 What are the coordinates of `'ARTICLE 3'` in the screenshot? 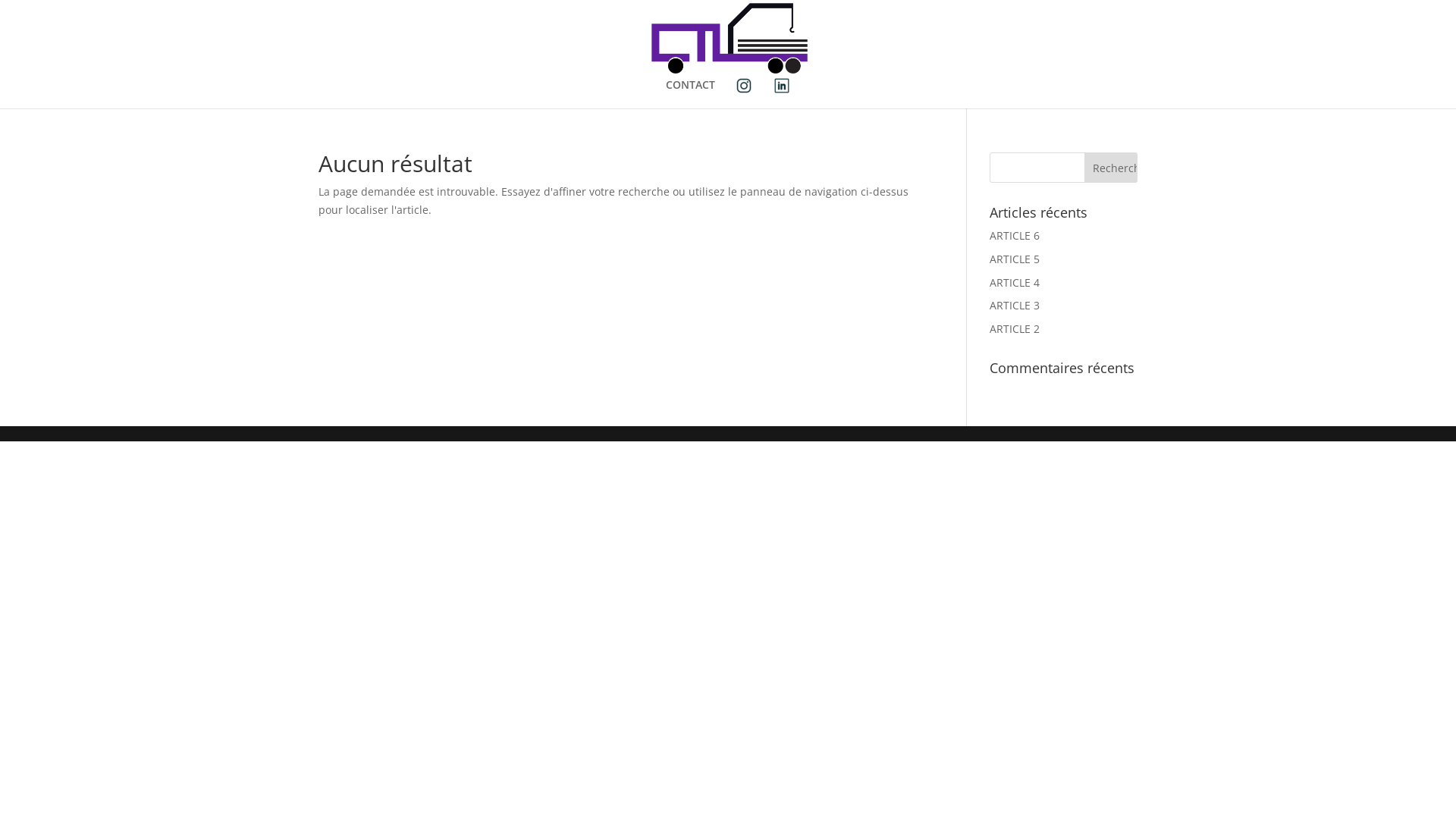 It's located at (990, 305).